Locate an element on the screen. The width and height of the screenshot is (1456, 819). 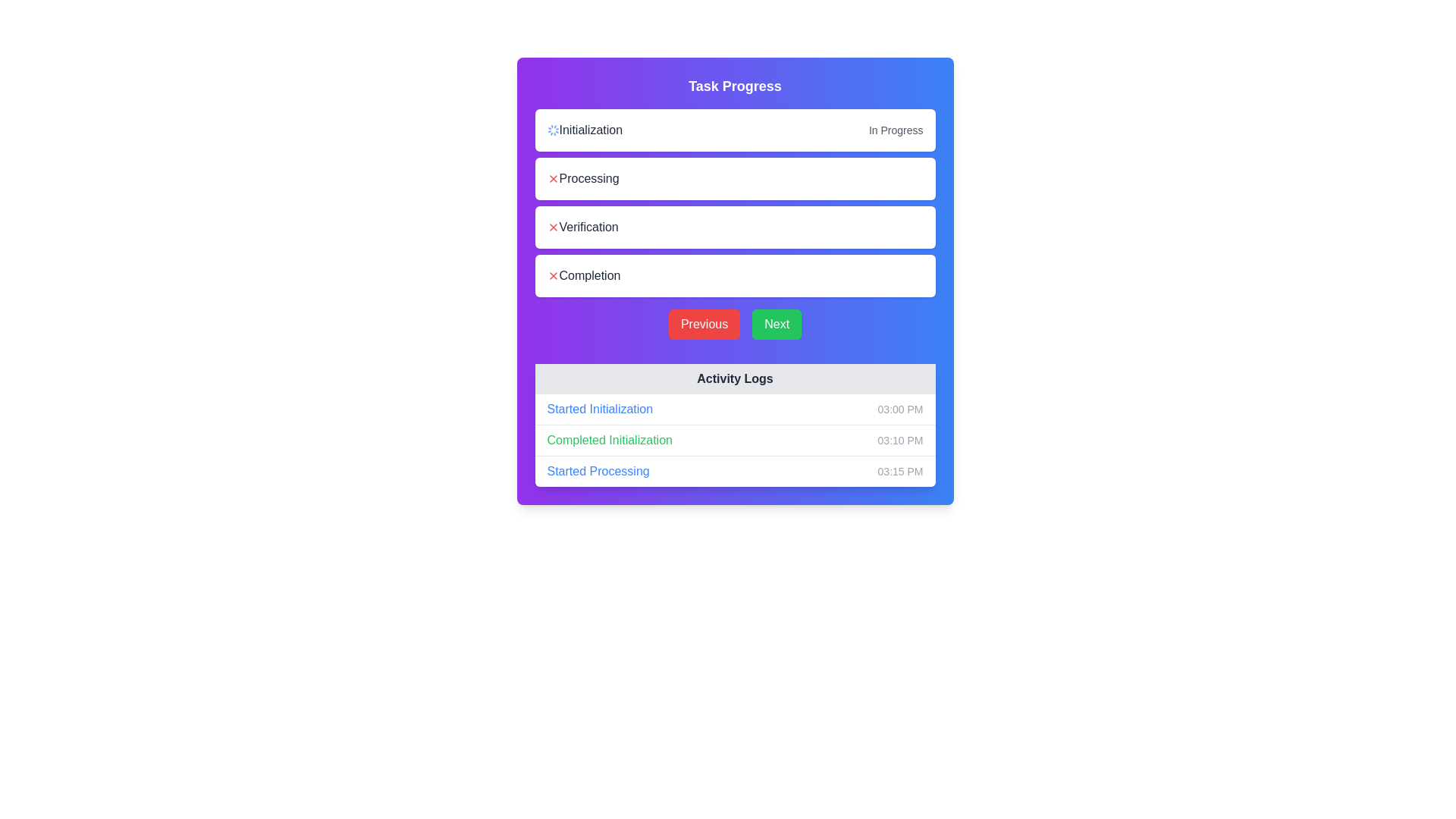
the text element that indicates the current status of the task step, located to the far right of the 'Initialization' label in the task progress section is located at coordinates (896, 130).